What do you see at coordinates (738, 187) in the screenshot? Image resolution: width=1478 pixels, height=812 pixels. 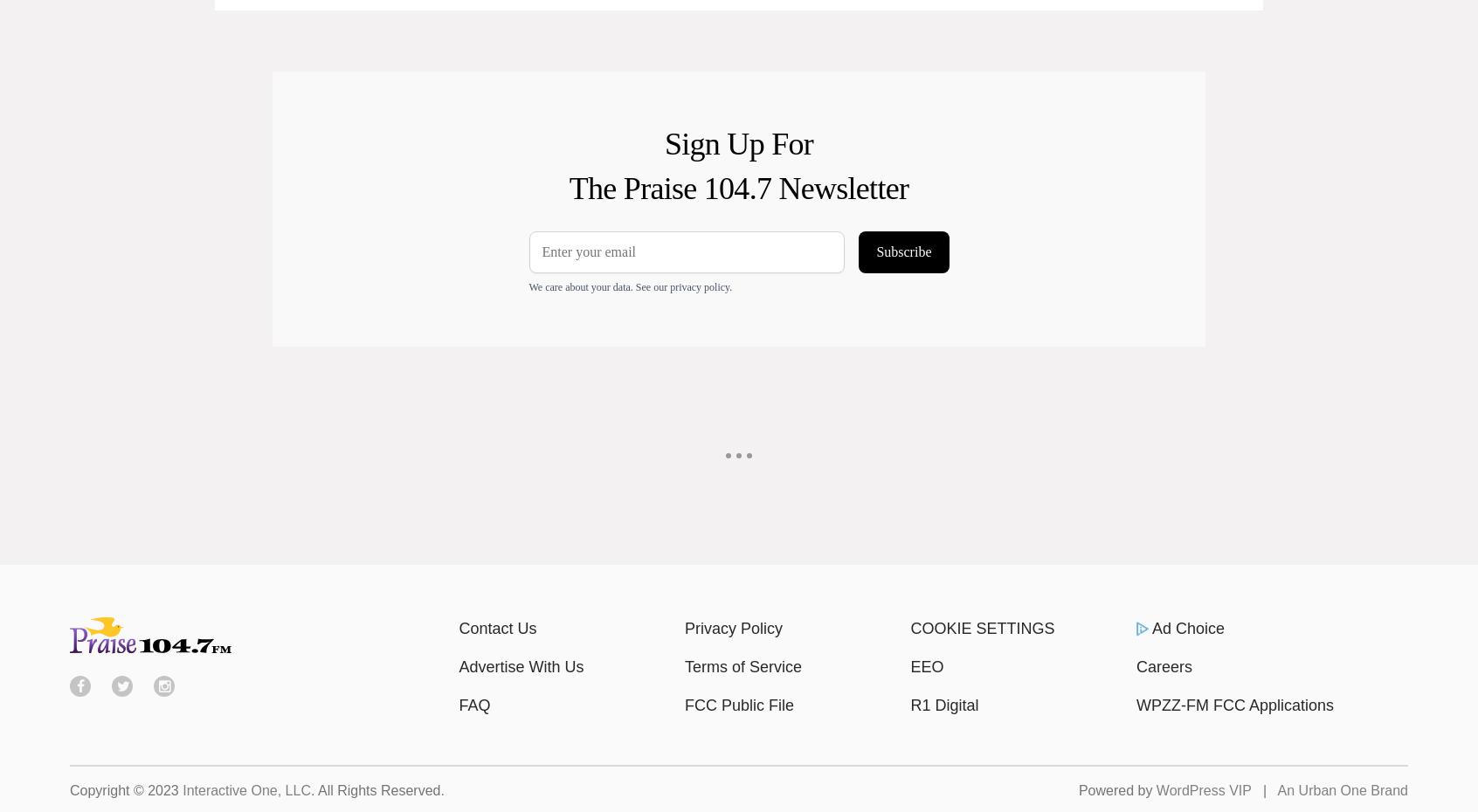 I see `'The Praise 104.7 Newsletter'` at bounding box center [738, 187].